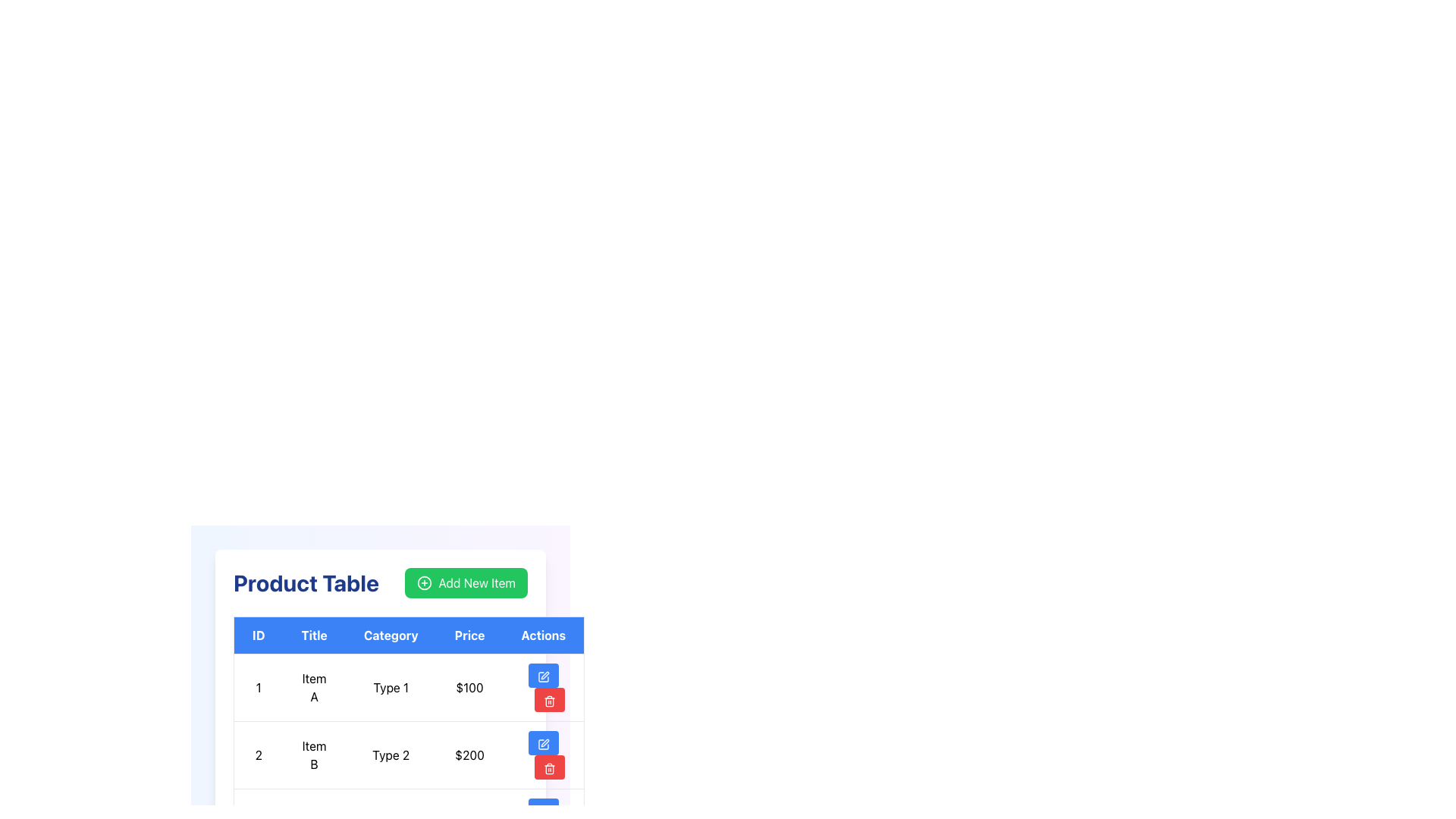 The width and height of the screenshot is (1456, 819). What do you see at coordinates (391, 635) in the screenshot?
I see `the text label that reads 'Category', which is styled with a blue background and white text, located in the table header row between 'Title' and 'Price'` at bounding box center [391, 635].